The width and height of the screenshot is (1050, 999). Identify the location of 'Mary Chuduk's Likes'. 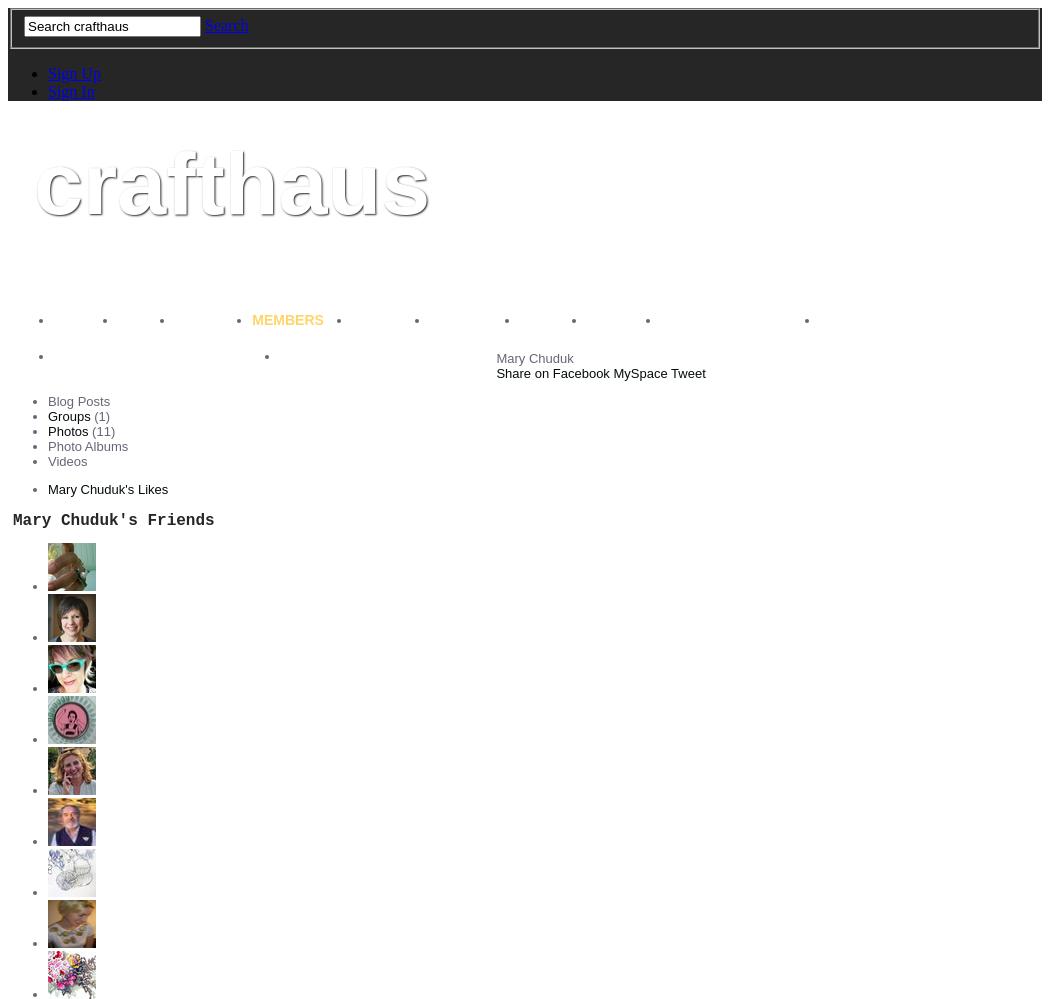
(108, 488).